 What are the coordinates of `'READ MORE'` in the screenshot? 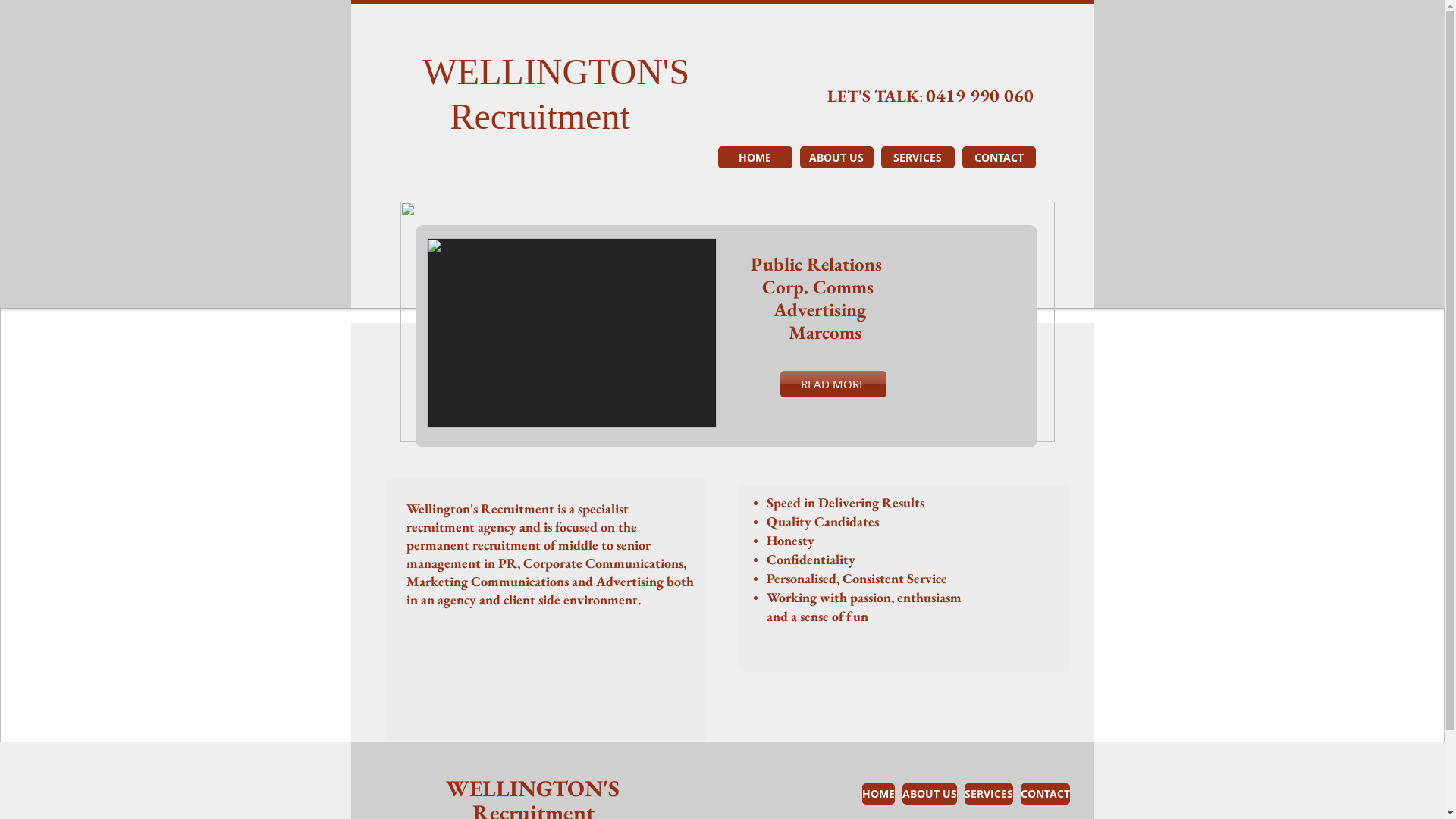 It's located at (832, 383).